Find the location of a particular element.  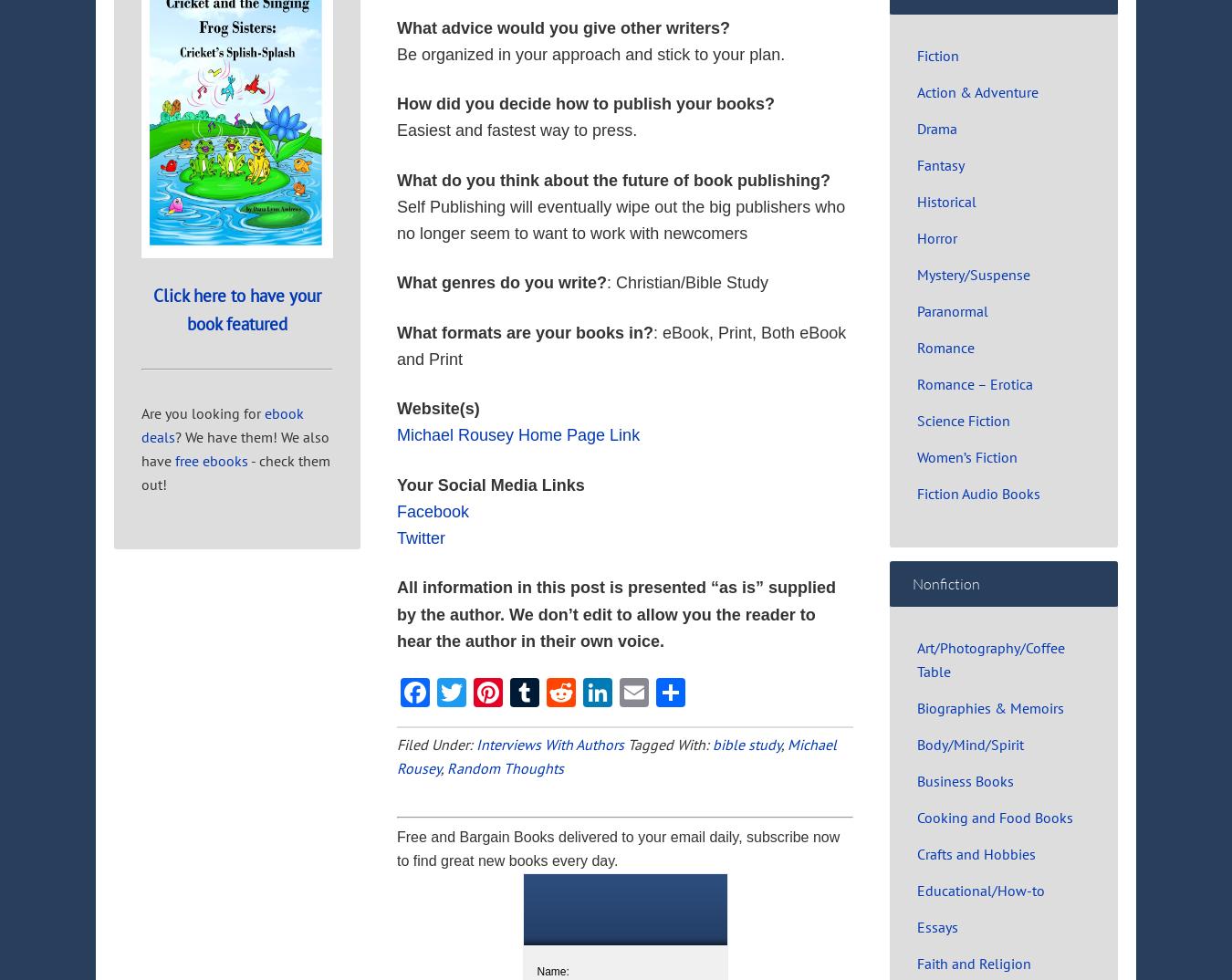

'bible study' is located at coordinates (747, 745).